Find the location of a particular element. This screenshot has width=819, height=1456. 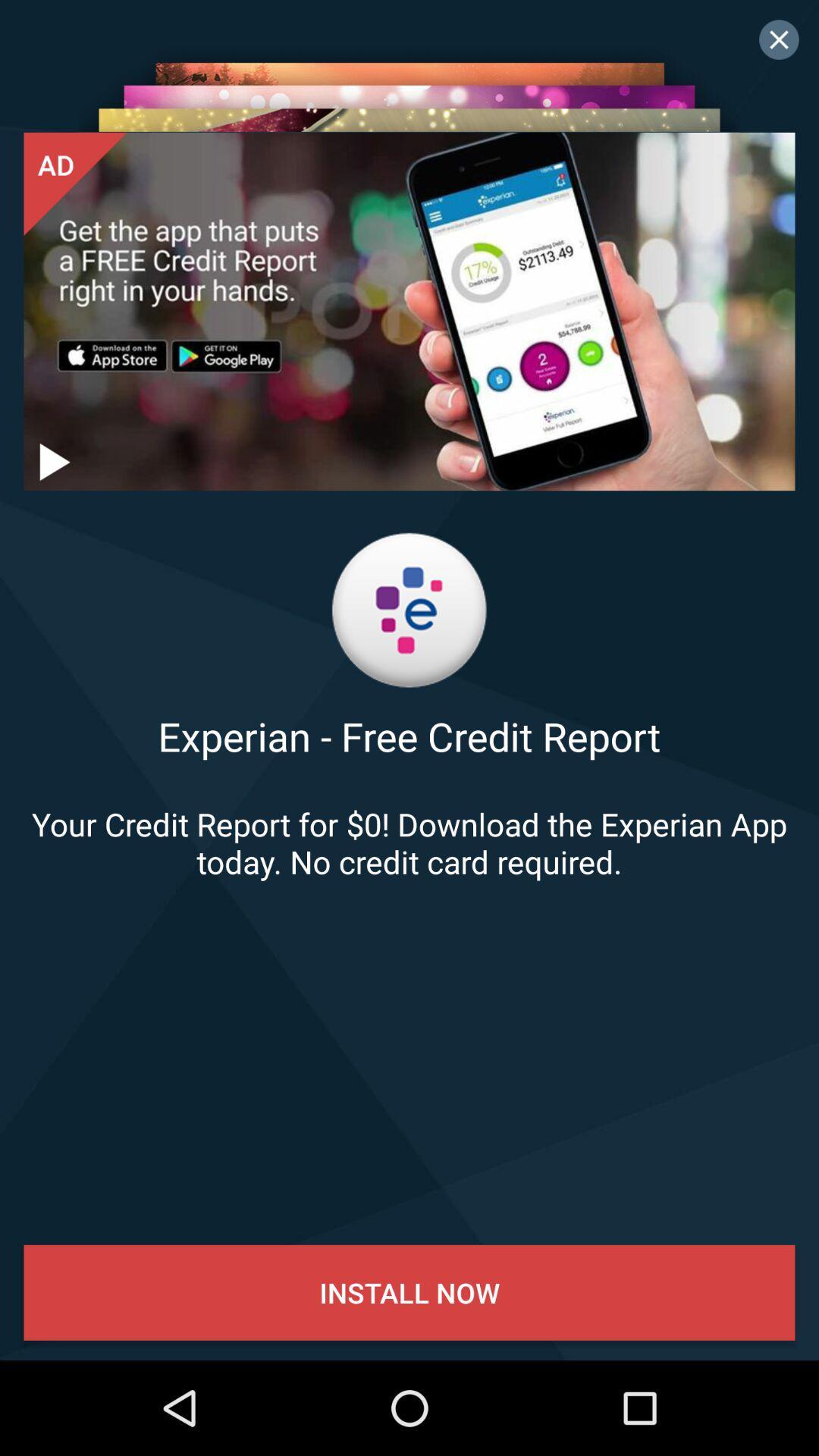

the advertisement page is located at coordinates (779, 39).